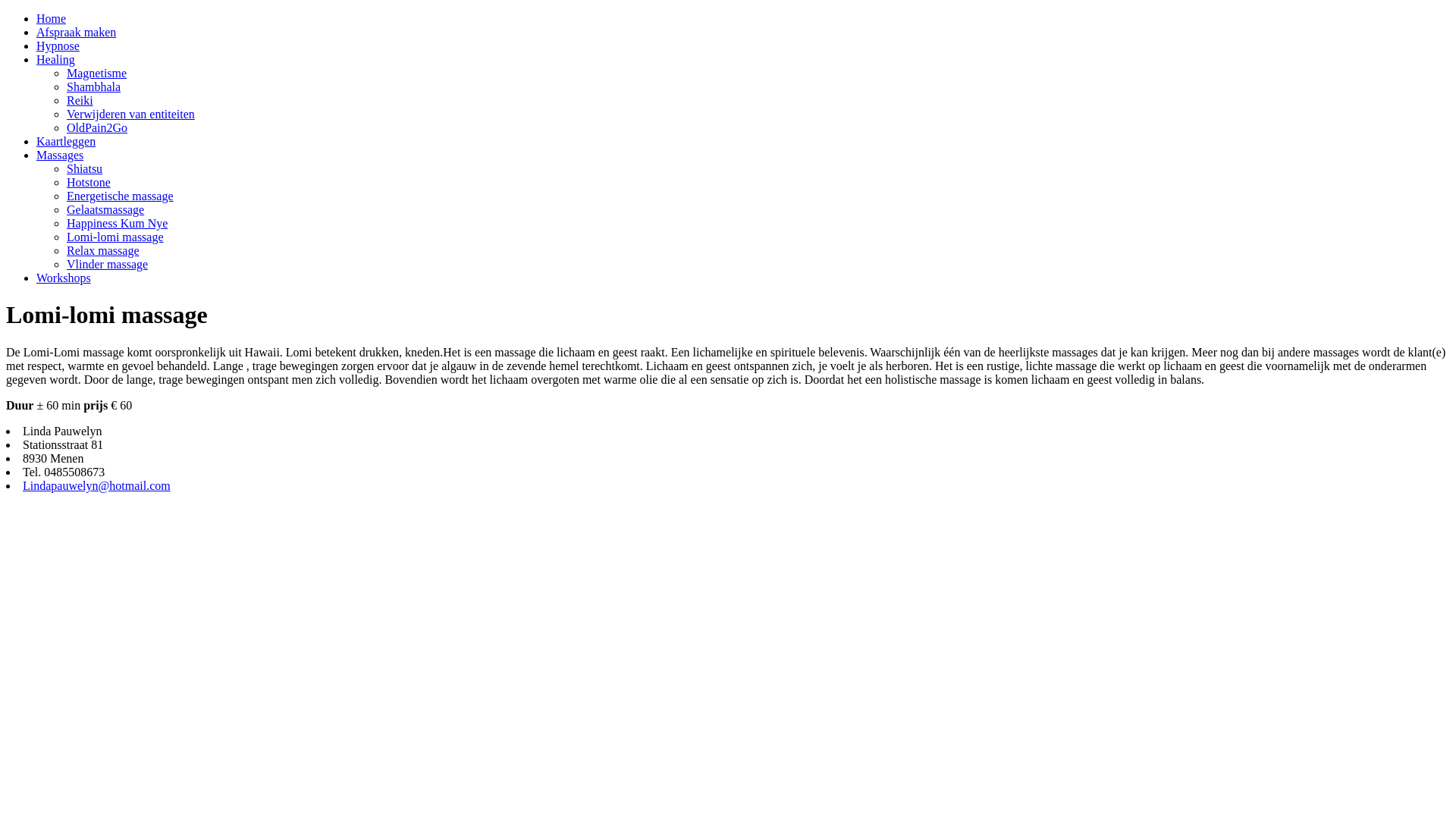 This screenshot has width=1456, height=819. What do you see at coordinates (64, 141) in the screenshot?
I see `'Kaartleggen'` at bounding box center [64, 141].